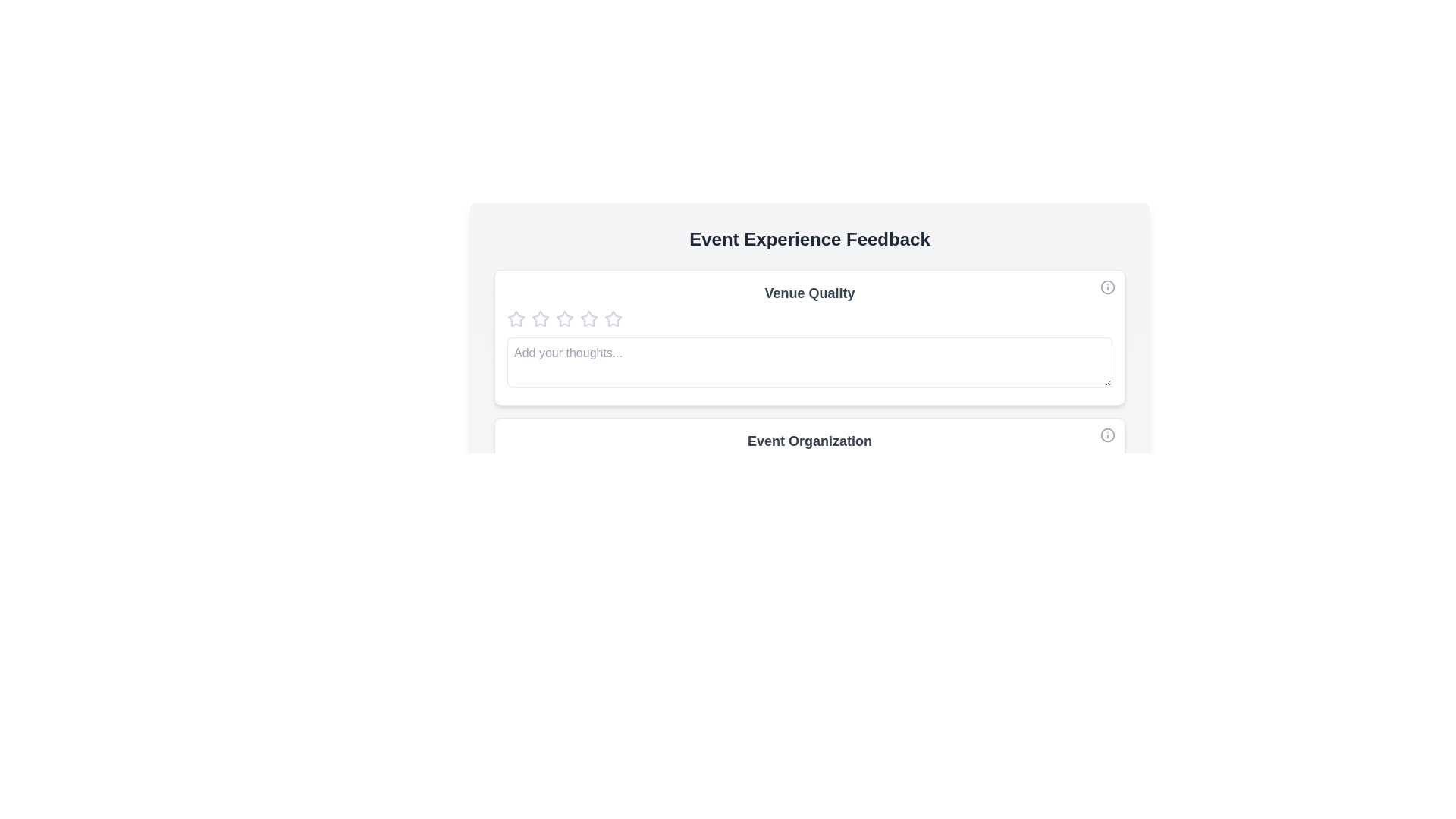 This screenshot has height=819, width=1456. What do you see at coordinates (1107, 435) in the screenshot?
I see `the informational icon located in the top-right corner of the 'Event Organization' section` at bounding box center [1107, 435].